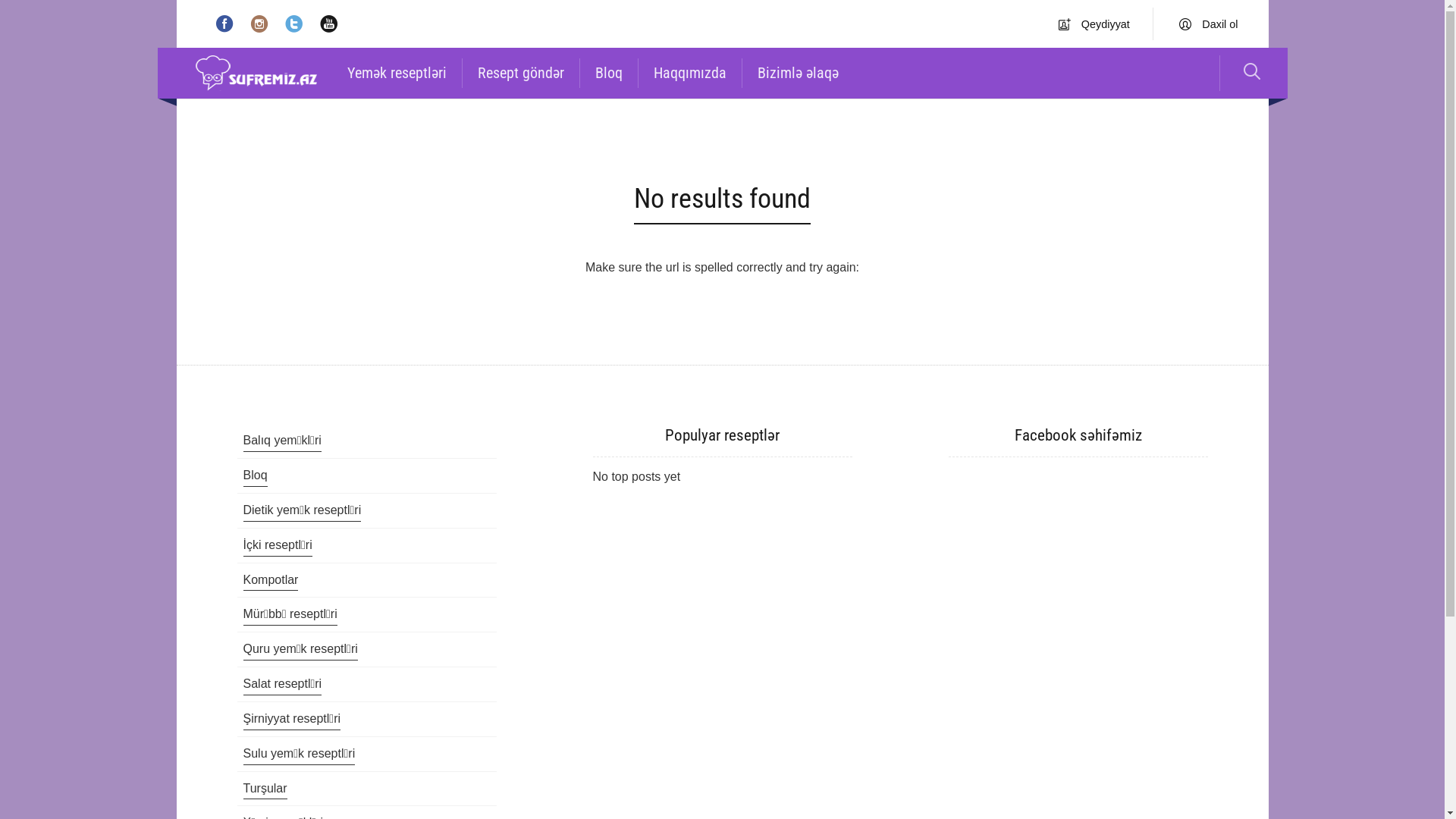  I want to click on 'Kompotlar', so click(270, 581).